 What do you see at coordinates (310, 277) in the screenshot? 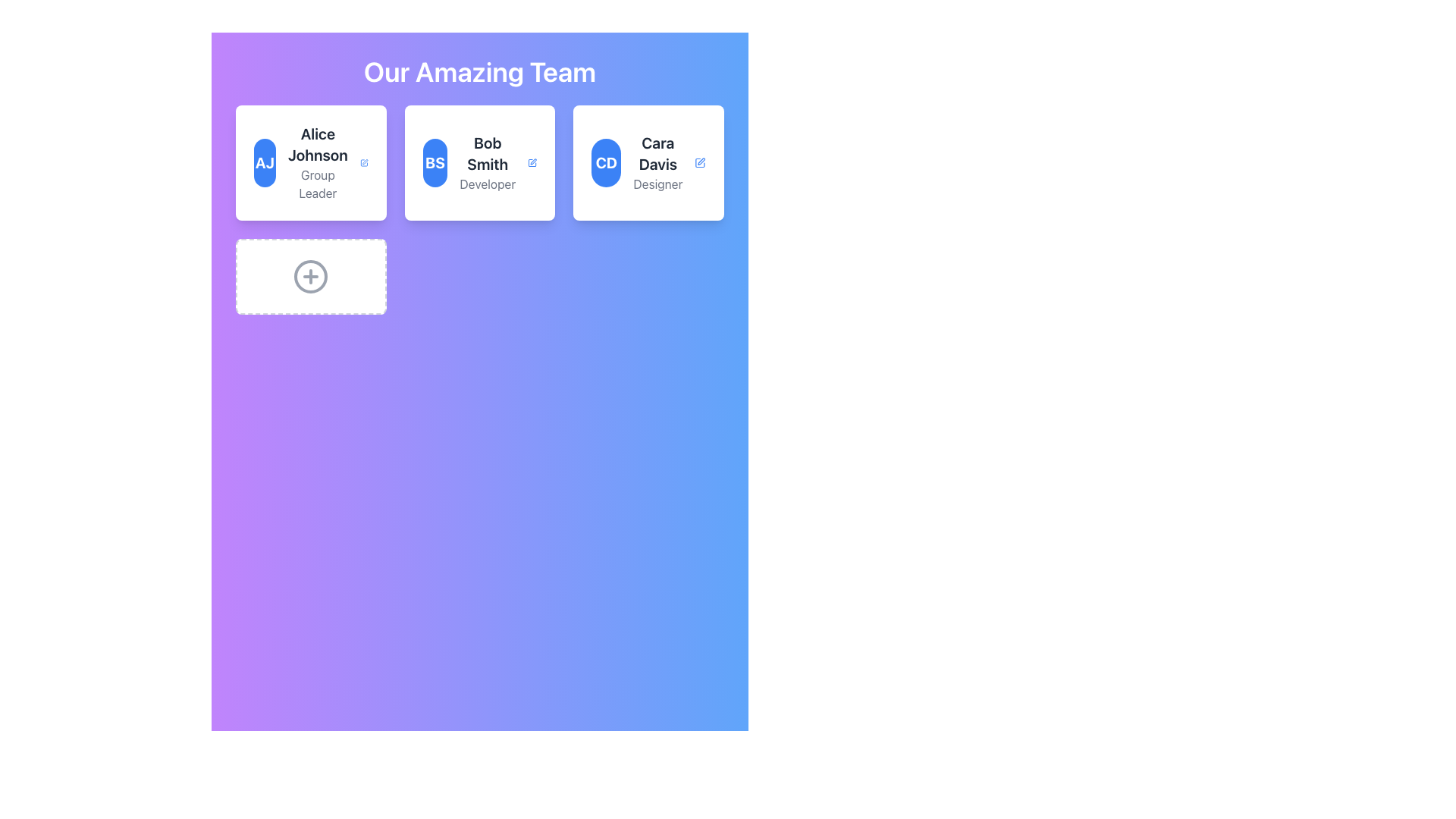
I see `the rectangular button with a dashed border and a circular plus sign icon, located below Alice Johnson's card in the grid layout` at bounding box center [310, 277].